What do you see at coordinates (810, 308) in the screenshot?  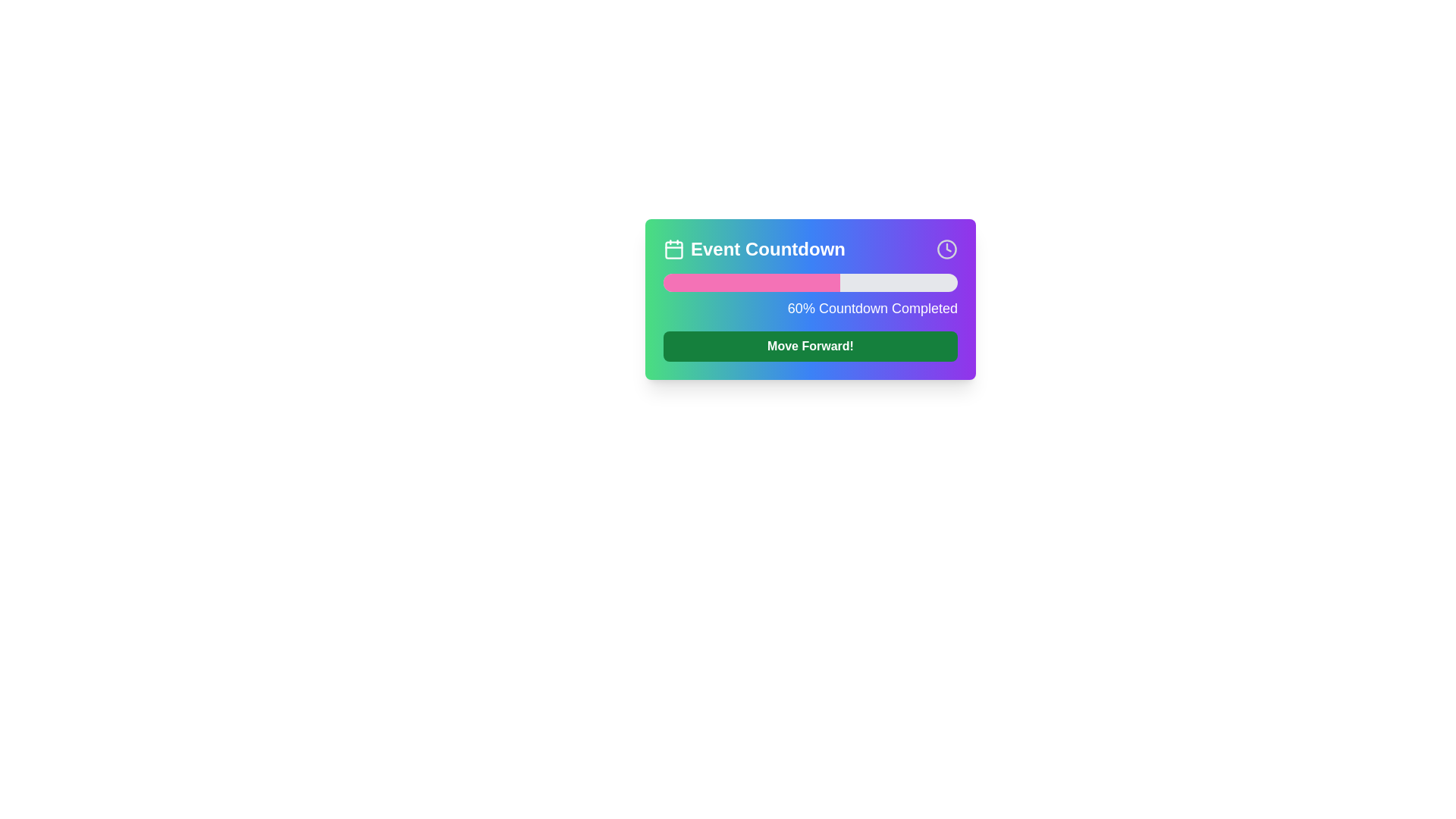 I see `the static text label that reads '60% Countdown Completed', which is styled with white, bold, medium-sized font and is positioned right-aligned beneath the progress bar` at bounding box center [810, 308].